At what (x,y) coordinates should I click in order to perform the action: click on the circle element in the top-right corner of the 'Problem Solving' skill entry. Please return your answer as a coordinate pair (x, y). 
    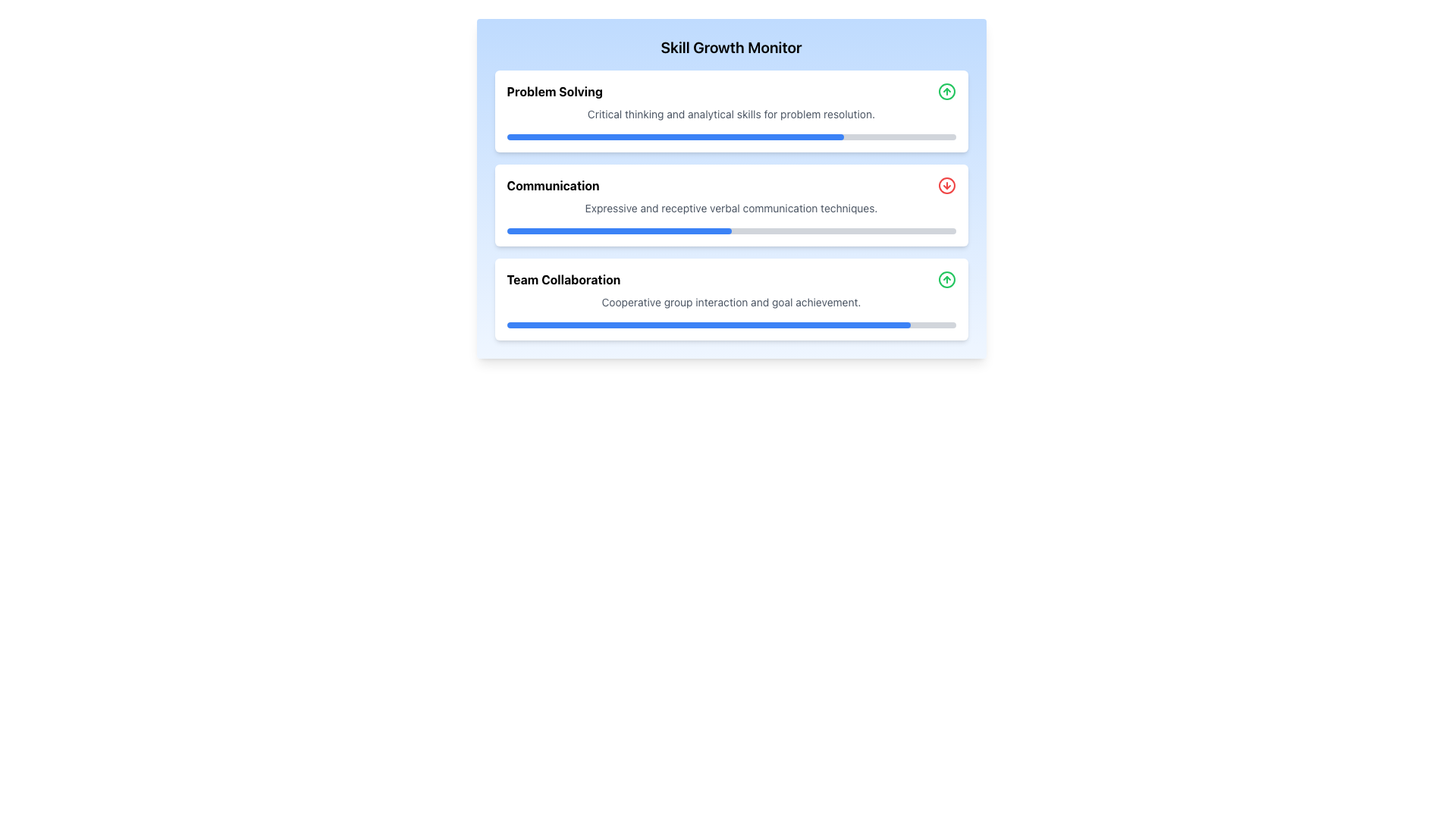
    Looking at the image, I should click on (946, 91).